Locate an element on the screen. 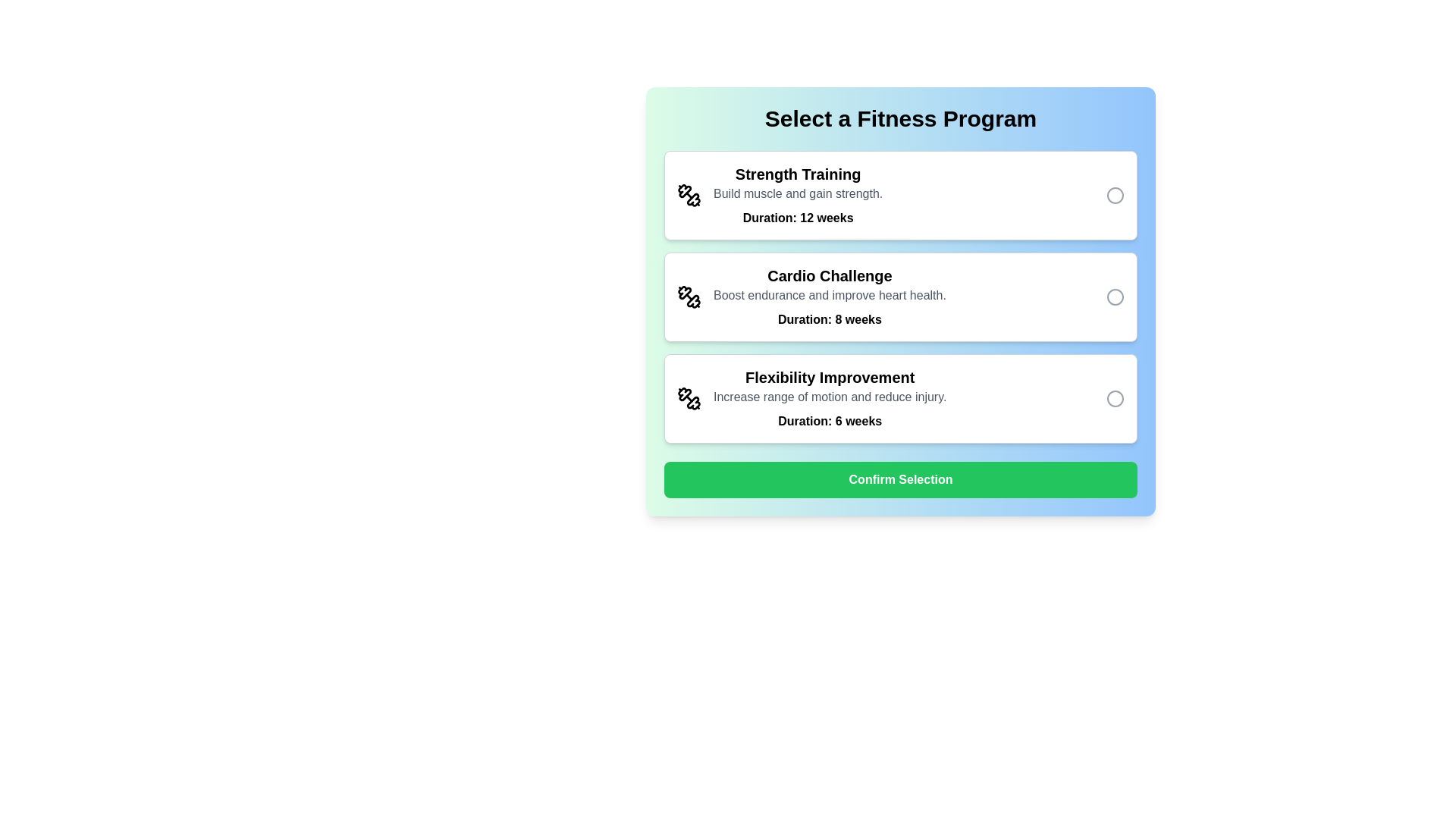  the inner circle of the SVG icon located at the far-right edge of the 'Flexibility Improvement' program option box in the selection panel is located at coordinates (1115, 397).